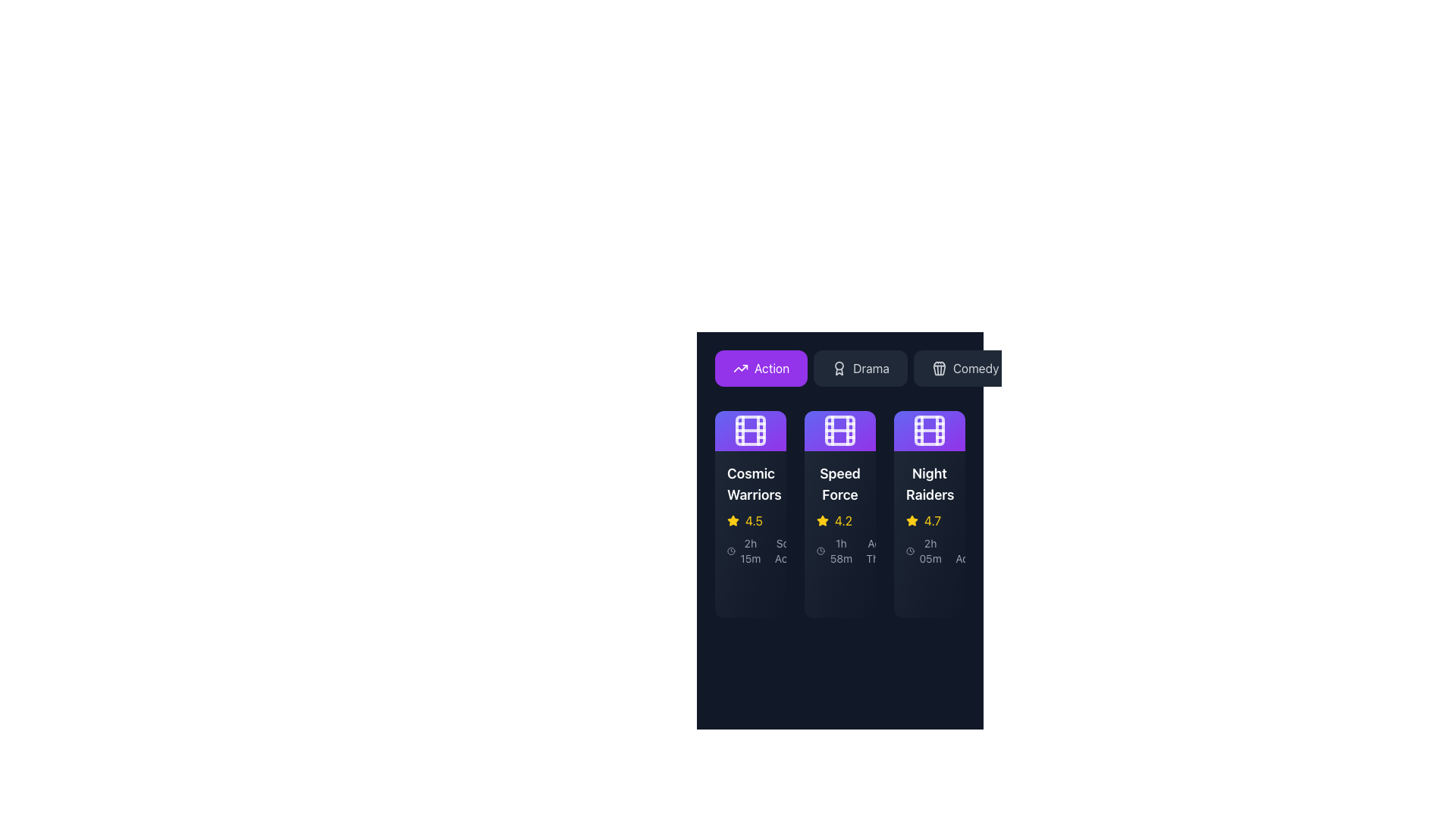 The height and width of the screenshot is (819, 1456). What do you see at coordinates (928, 519) in the screenshot?
I see `rating value displayed in the third card from the left, positioned below the title 'Night Raiders'` at bounding box center [928, 519].